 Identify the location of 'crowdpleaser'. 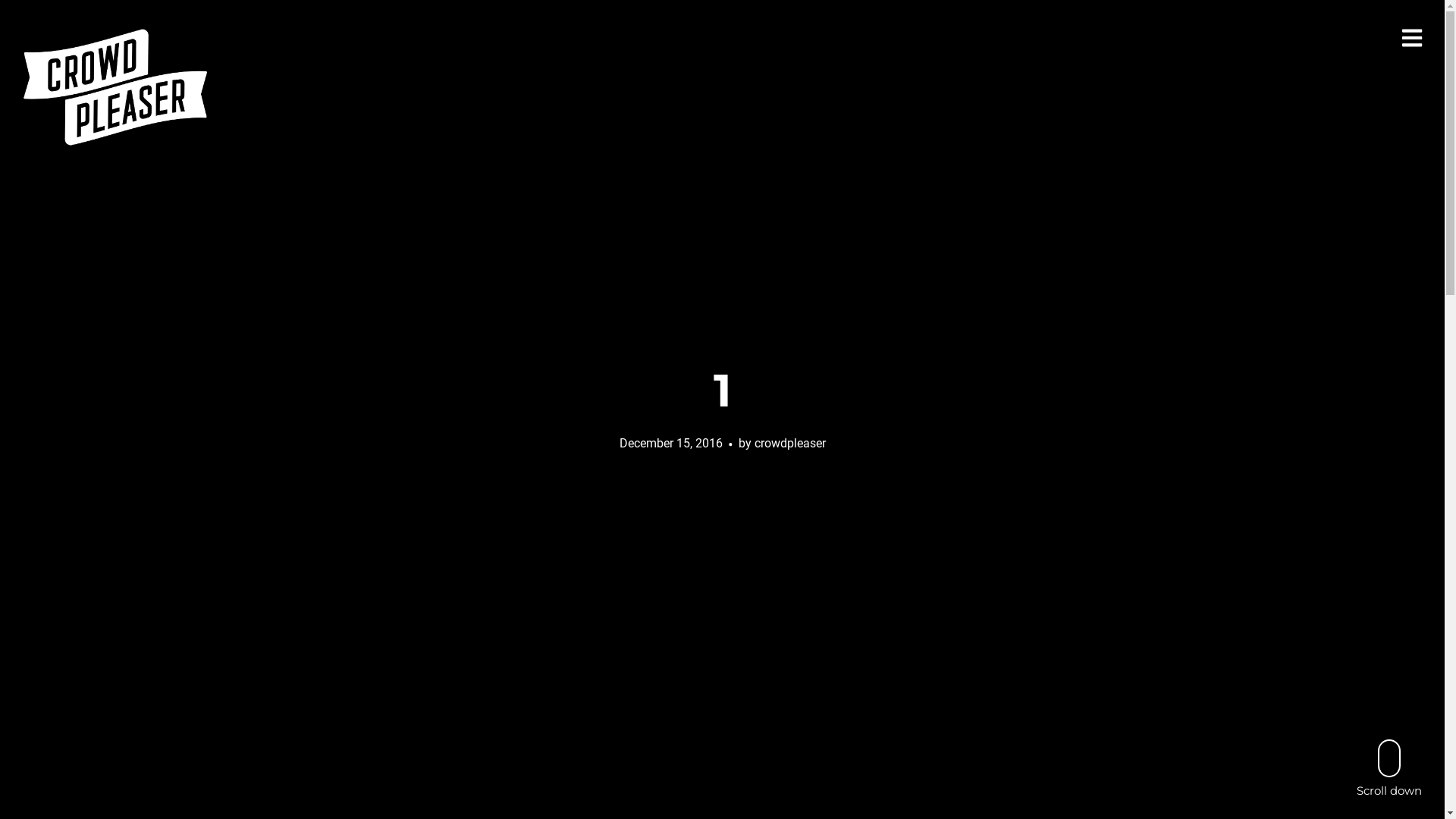
(789, 442).